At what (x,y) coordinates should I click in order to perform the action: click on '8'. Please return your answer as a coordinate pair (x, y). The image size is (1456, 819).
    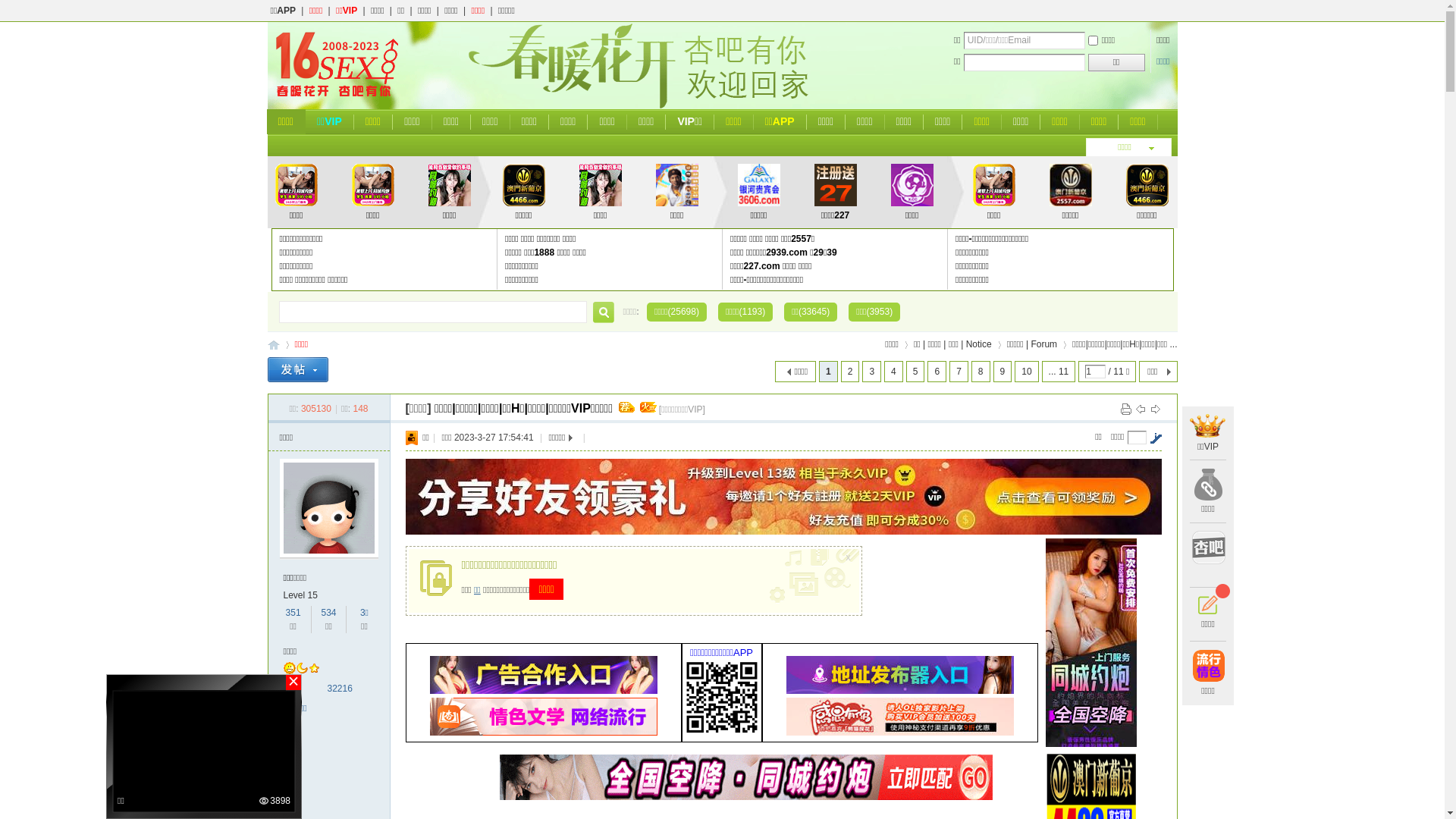
    Looking at the image, I should click on (971, 371).